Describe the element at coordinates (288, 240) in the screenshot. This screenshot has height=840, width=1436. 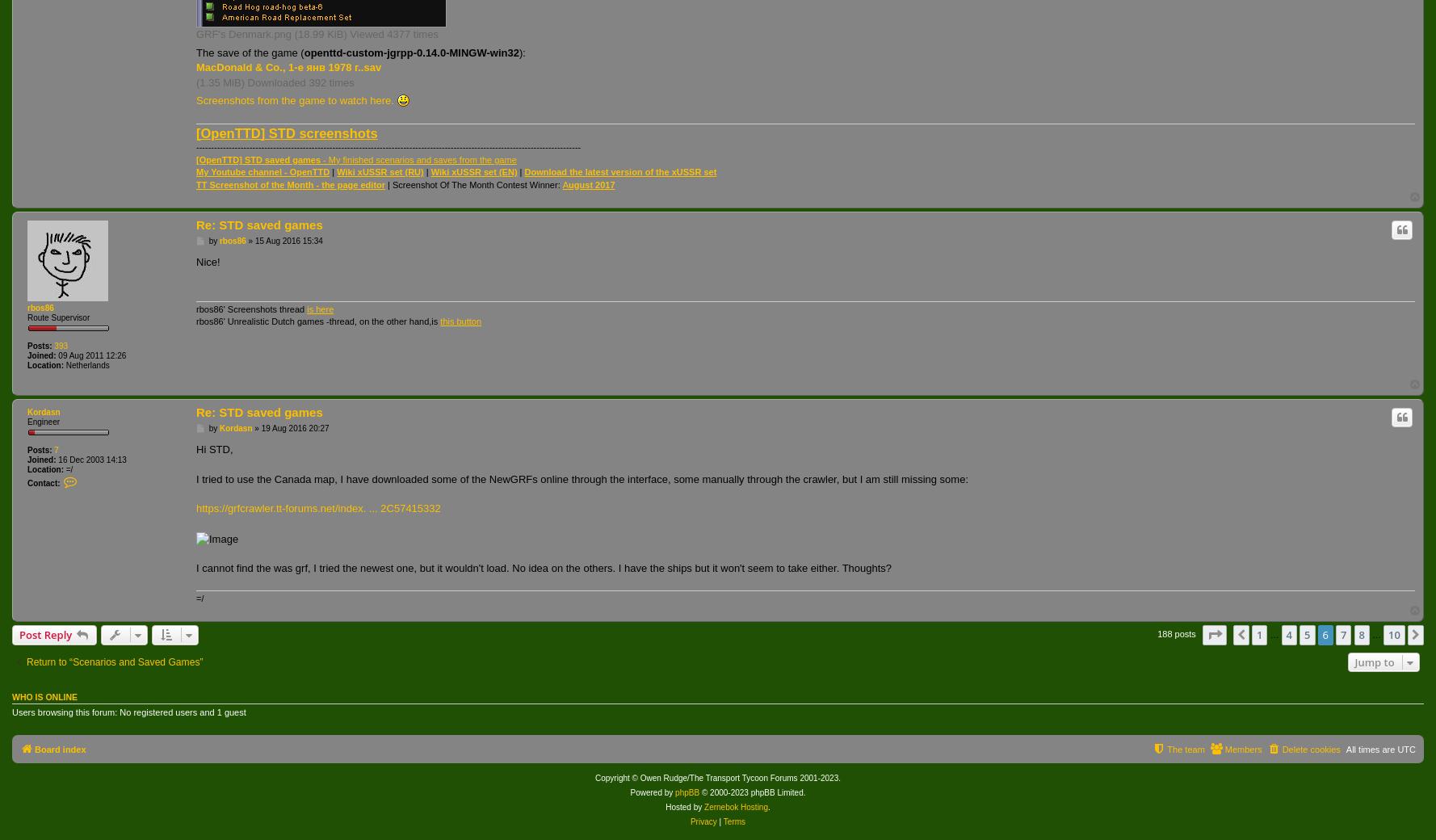
I see `'15 Aug 2016 15:34'` at that location.